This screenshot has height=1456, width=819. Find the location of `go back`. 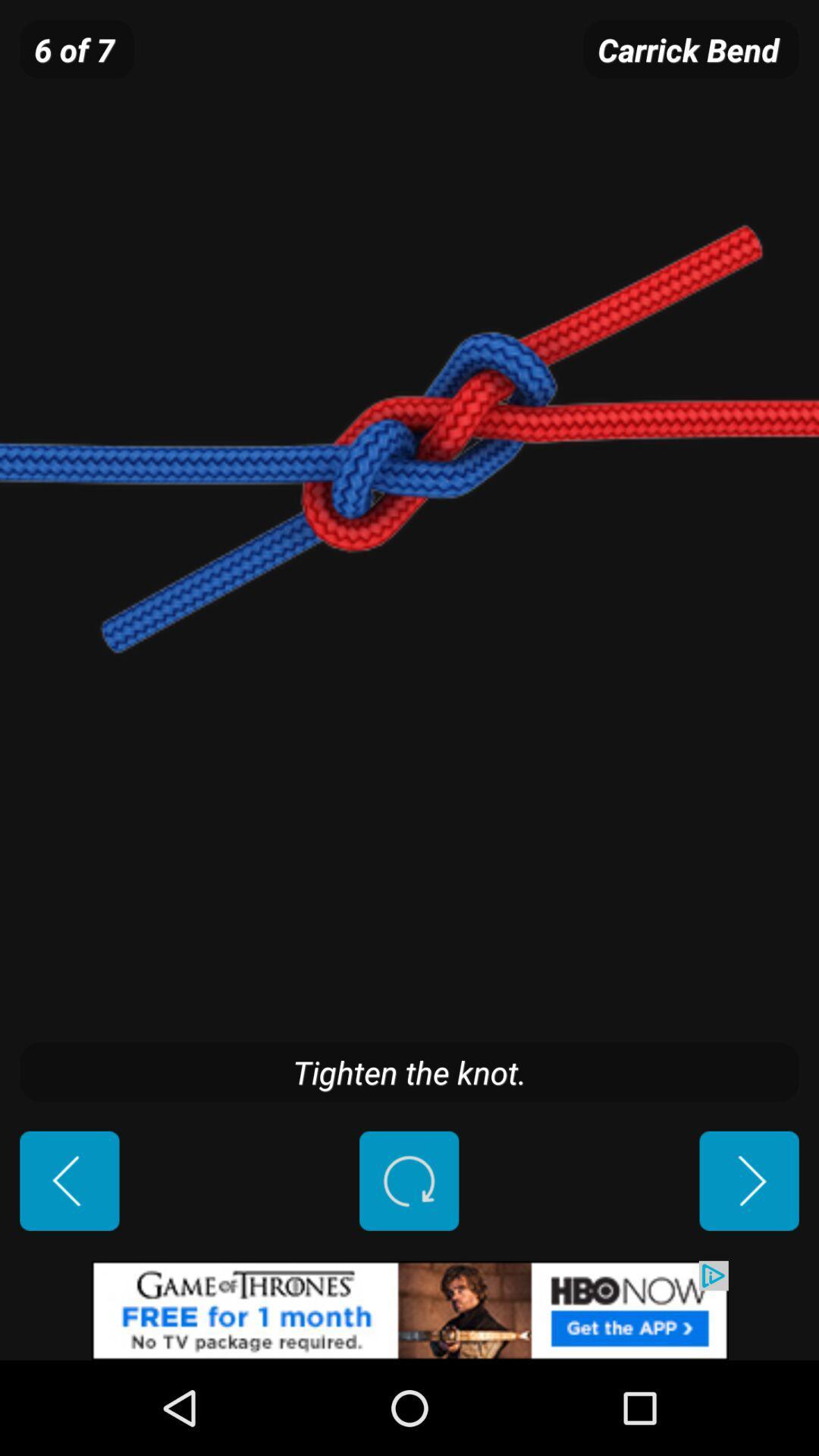

go back is located at coordinates (69, 1180).